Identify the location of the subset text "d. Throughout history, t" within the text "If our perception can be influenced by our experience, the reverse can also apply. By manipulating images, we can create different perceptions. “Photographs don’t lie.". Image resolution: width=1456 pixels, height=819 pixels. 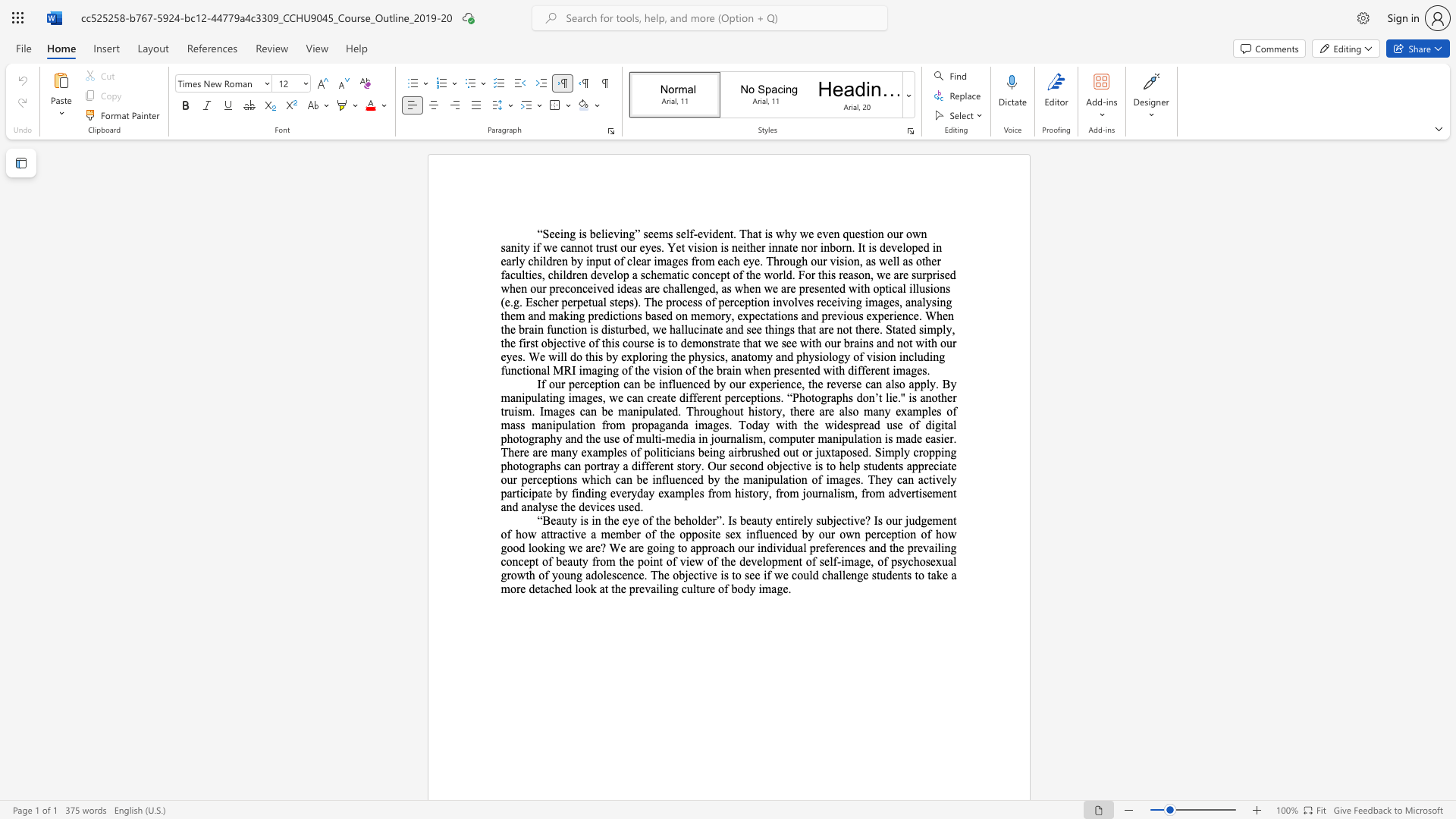
(671, 411).